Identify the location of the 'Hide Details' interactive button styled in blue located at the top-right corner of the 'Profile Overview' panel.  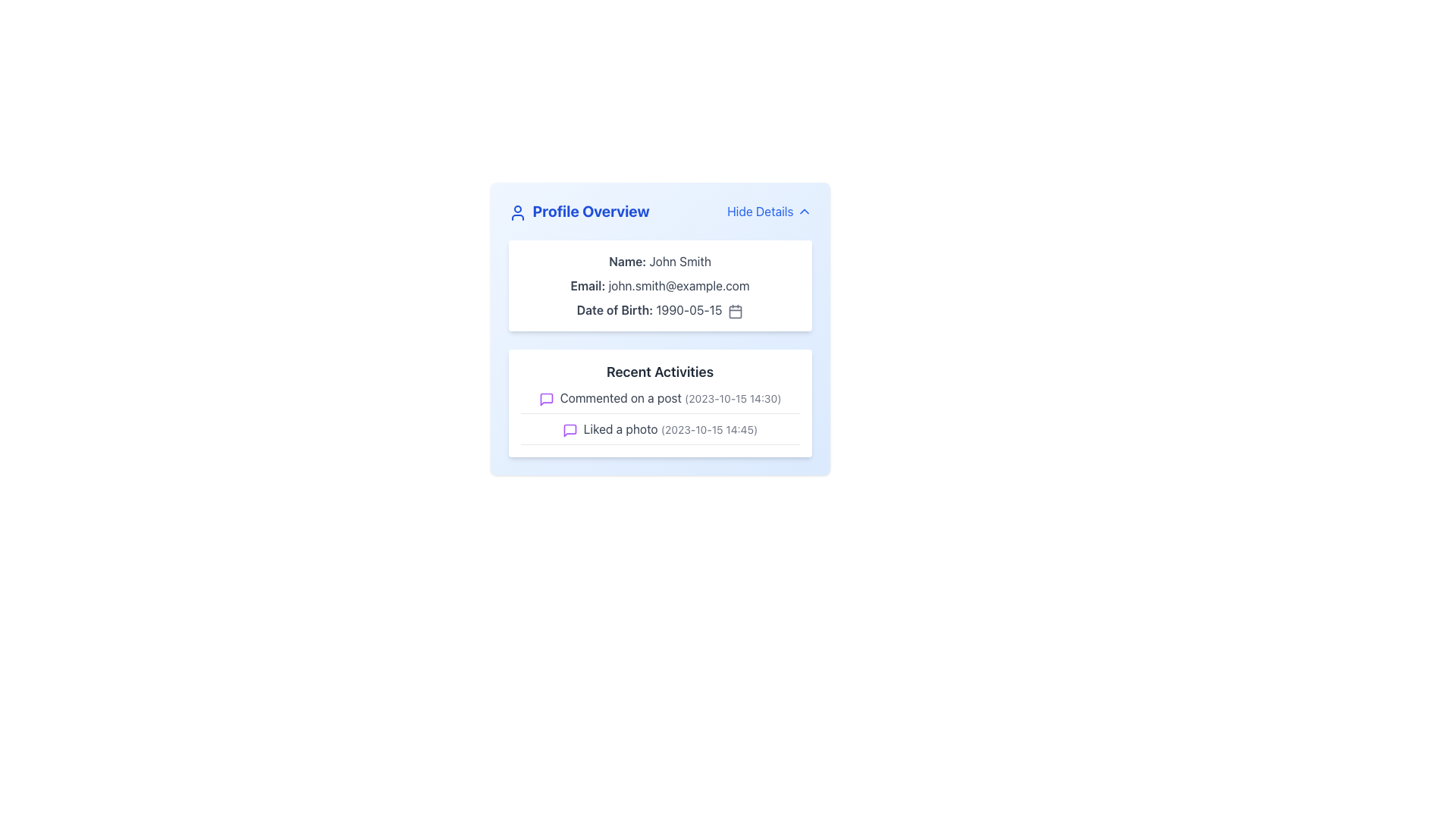
(769, 211).